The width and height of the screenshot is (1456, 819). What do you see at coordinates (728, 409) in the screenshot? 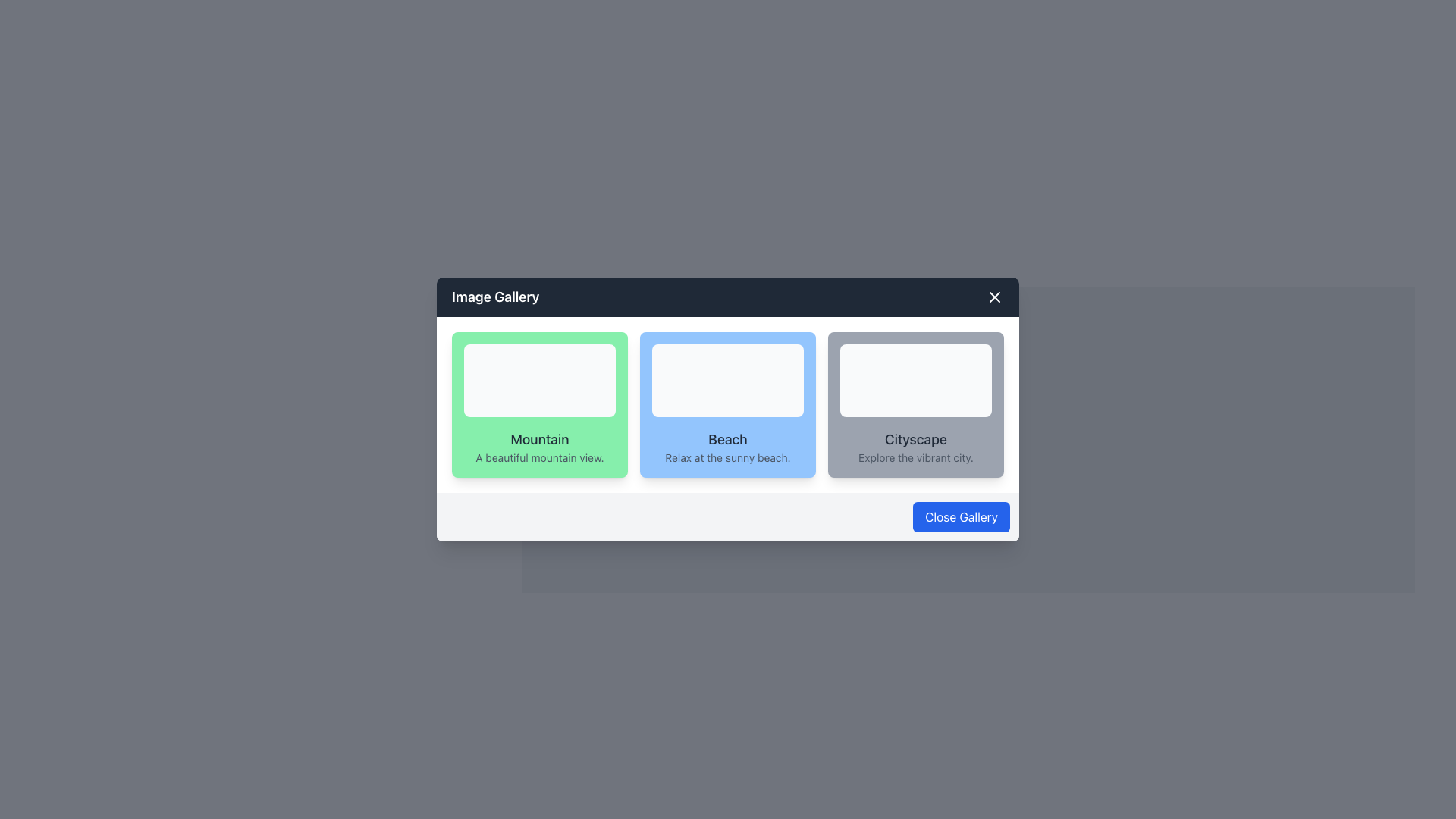
I see `the 'Beach' card element located in the center of the gallery modal` at bounding box center [728, 409].